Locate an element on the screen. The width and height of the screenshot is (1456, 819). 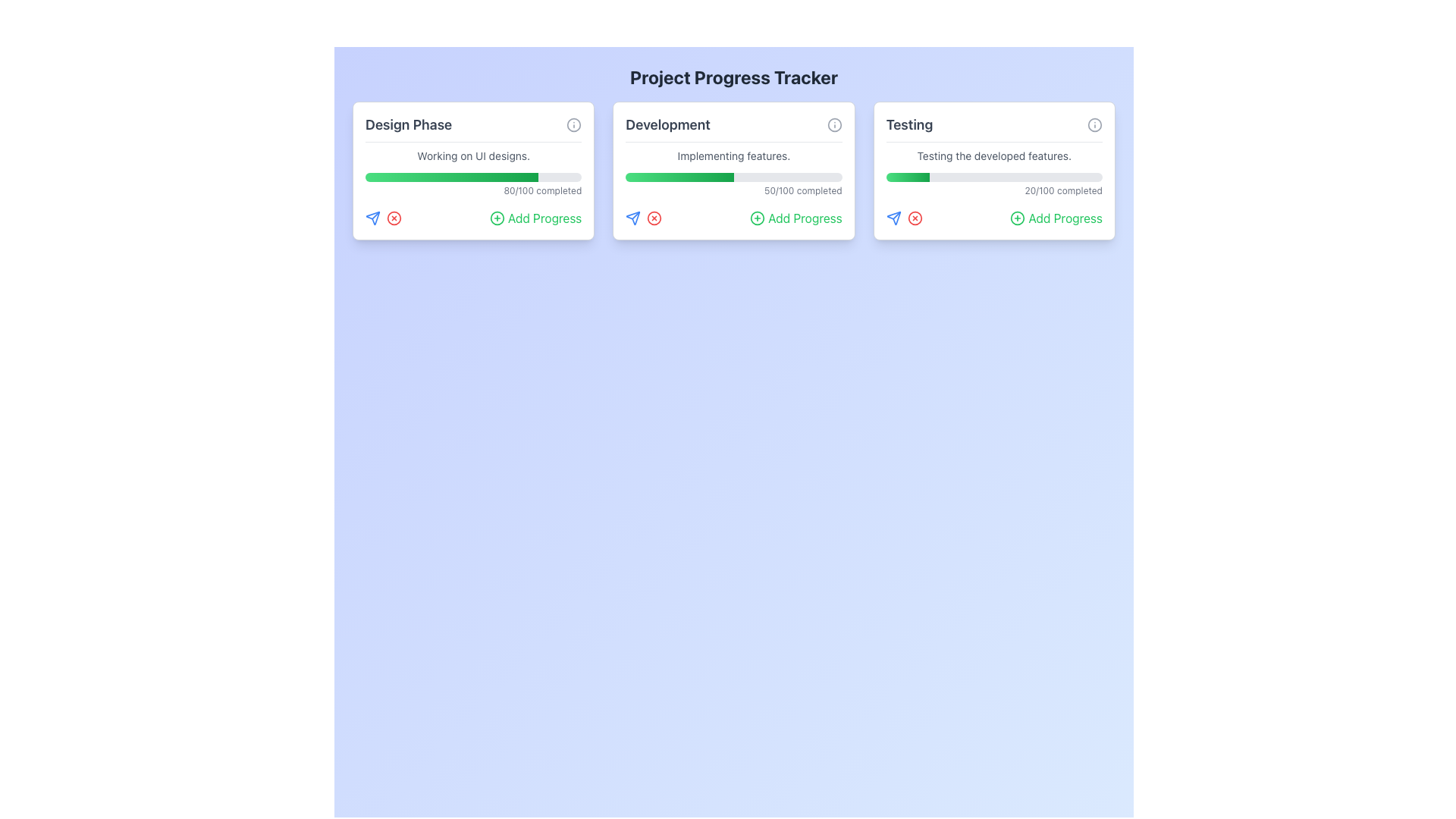
the progress value is located at coordinates (906, 177).